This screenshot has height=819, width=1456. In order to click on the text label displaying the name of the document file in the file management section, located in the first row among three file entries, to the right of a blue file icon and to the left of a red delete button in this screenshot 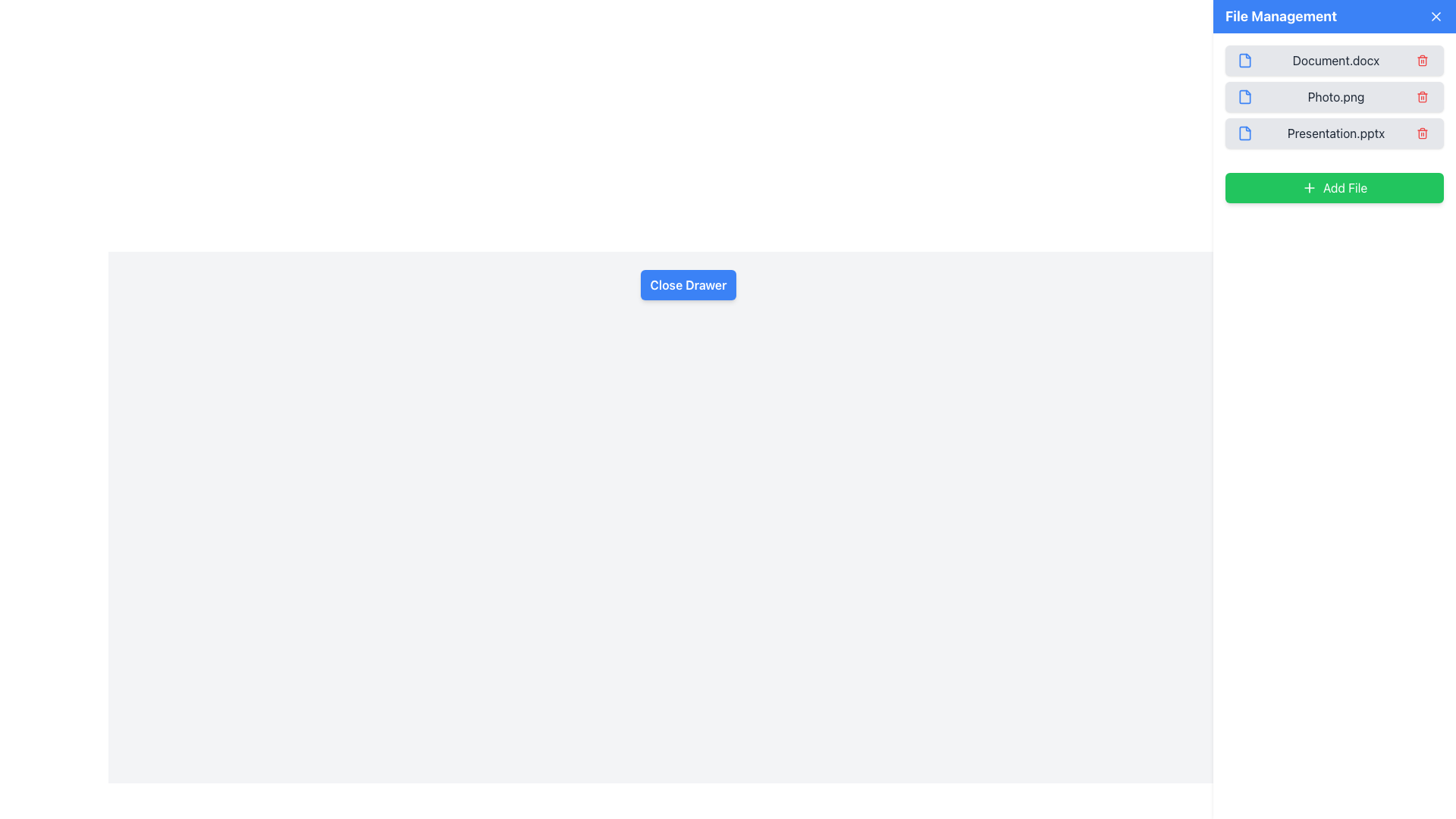, I will do `click(1335, 60)`.